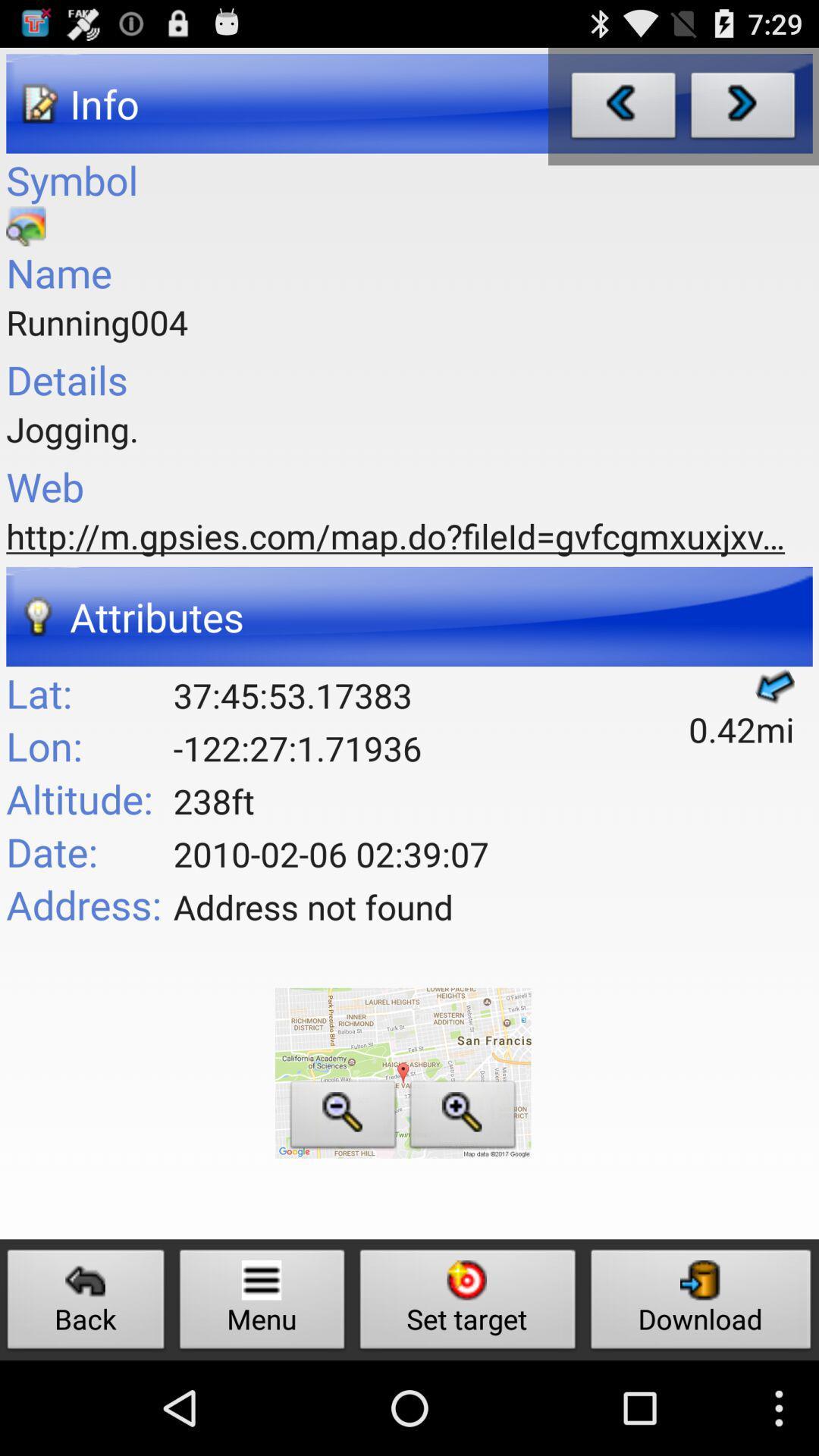 The width and height of the screenshot is (819, 1456). What do you see at coordinates (262, 1303) in the screenshot?
I see `menu button` at bounding box center [262, 1303].